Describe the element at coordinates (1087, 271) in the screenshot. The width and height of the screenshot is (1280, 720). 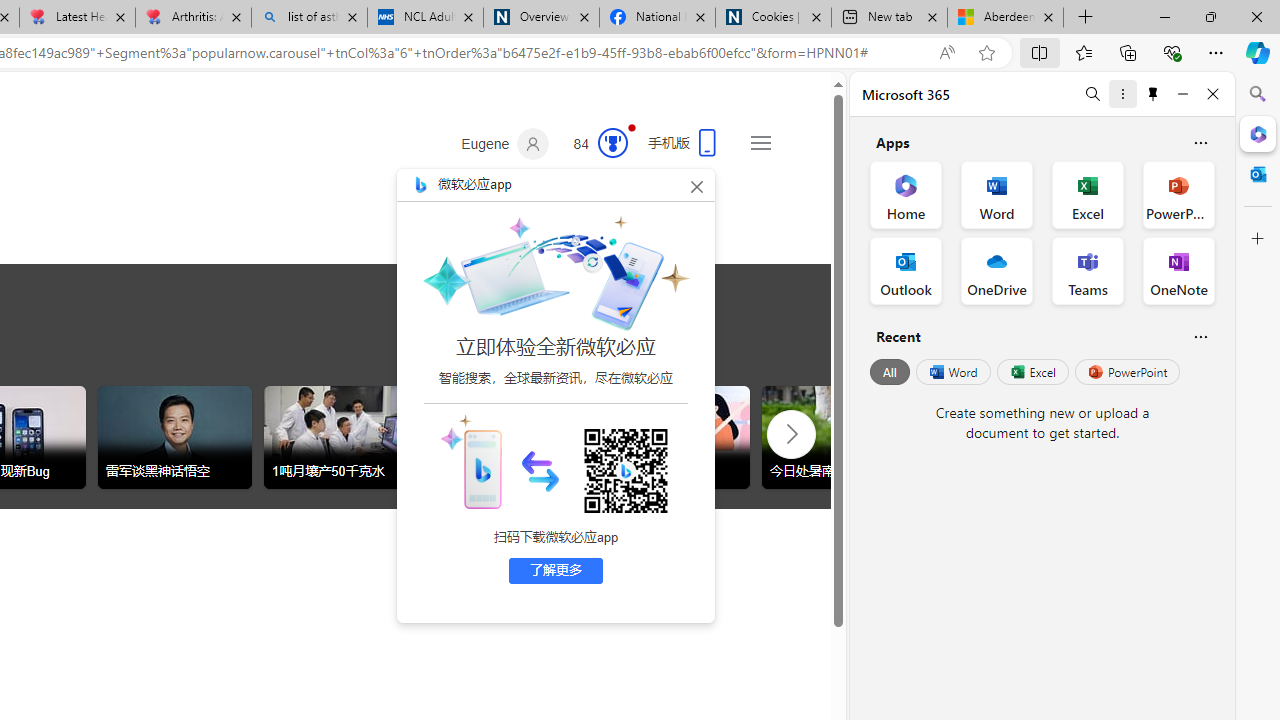
I see `'Teams Office App'` at that location.